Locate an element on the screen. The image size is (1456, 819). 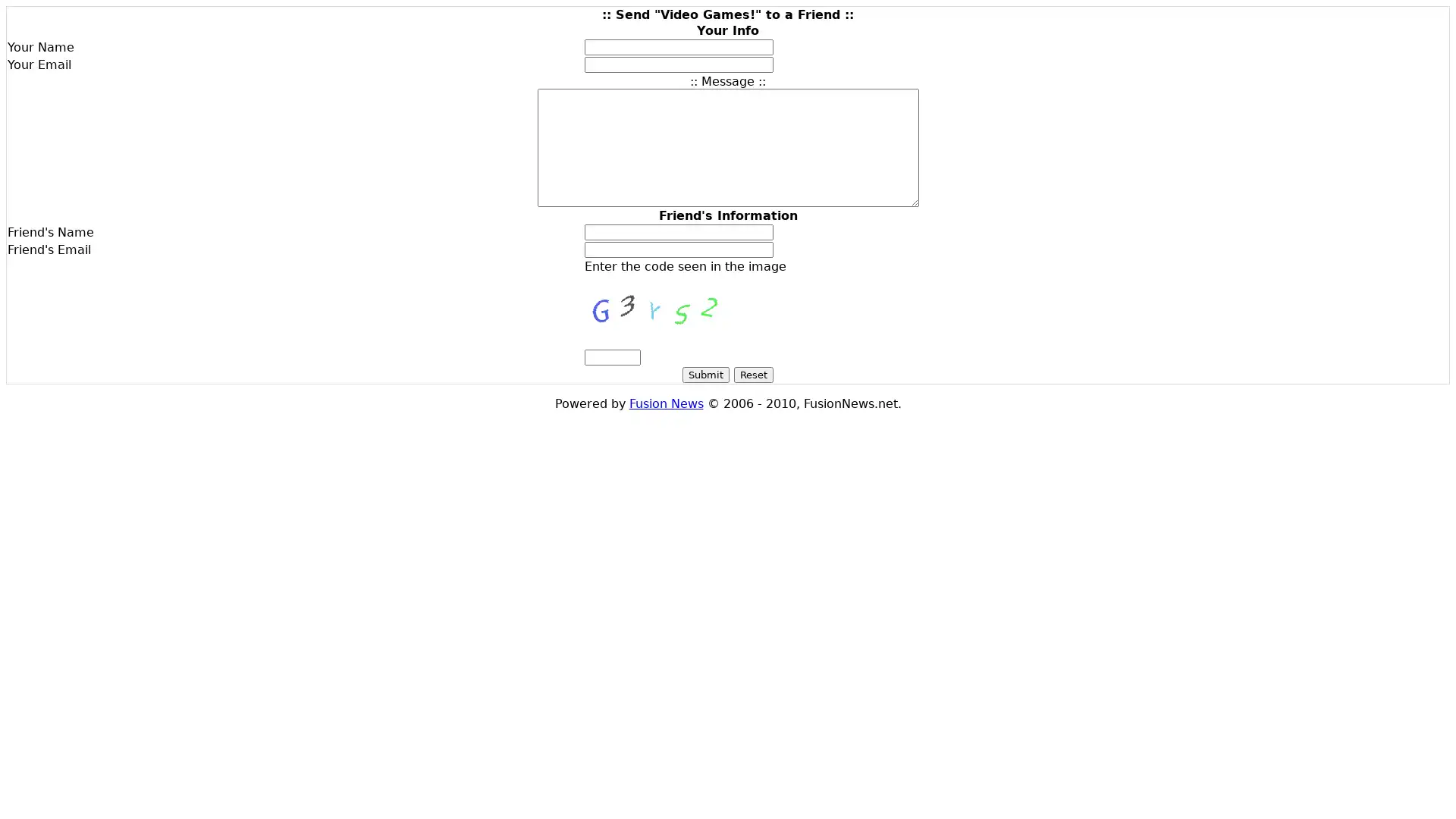
Reset is located at coordinates (753, 375).